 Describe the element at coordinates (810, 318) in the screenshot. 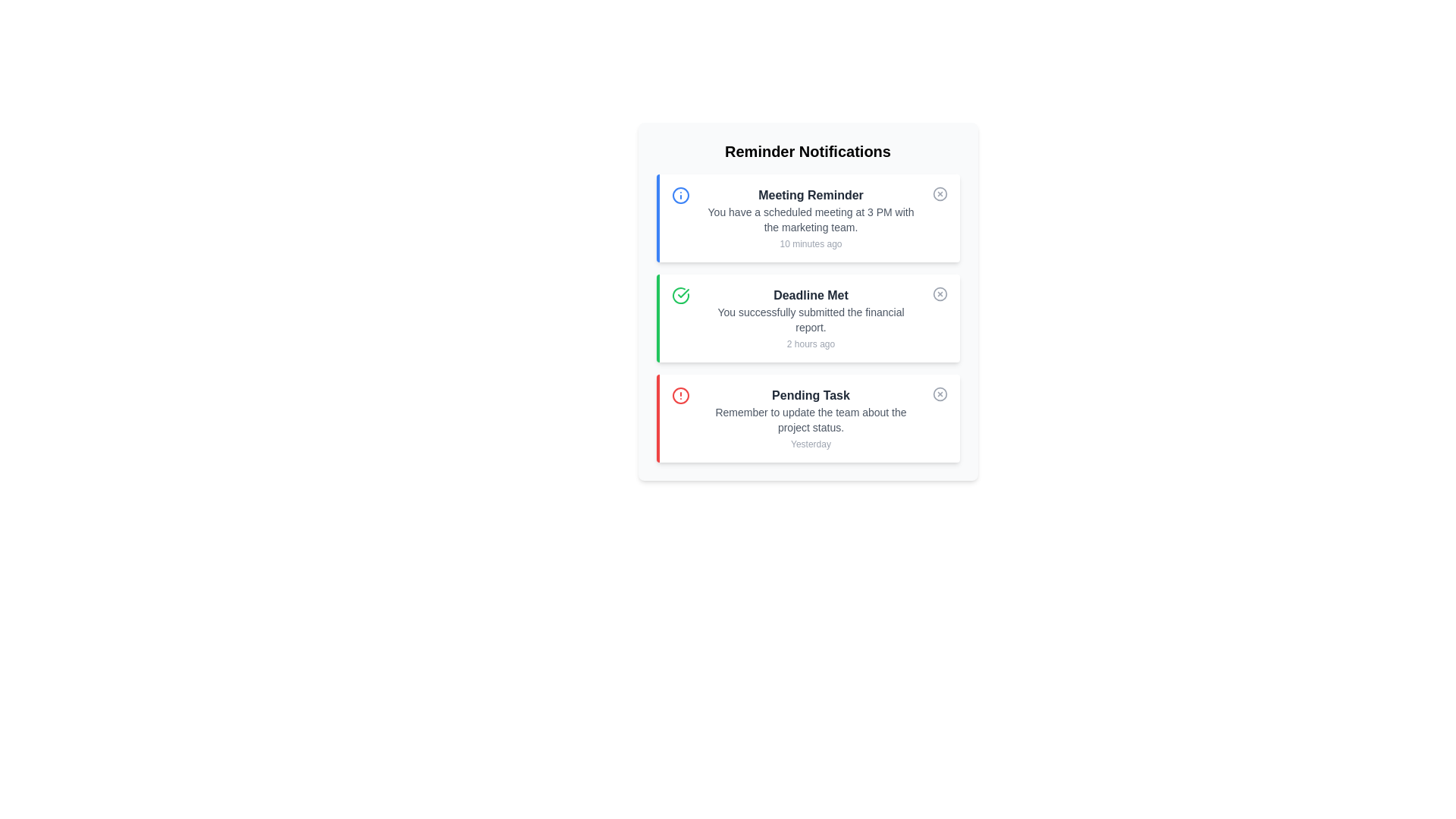

I see `the information displayed in the Notification card titled 'Deadline Met', which states 'You successfully submitted the financial report.'` at that location.